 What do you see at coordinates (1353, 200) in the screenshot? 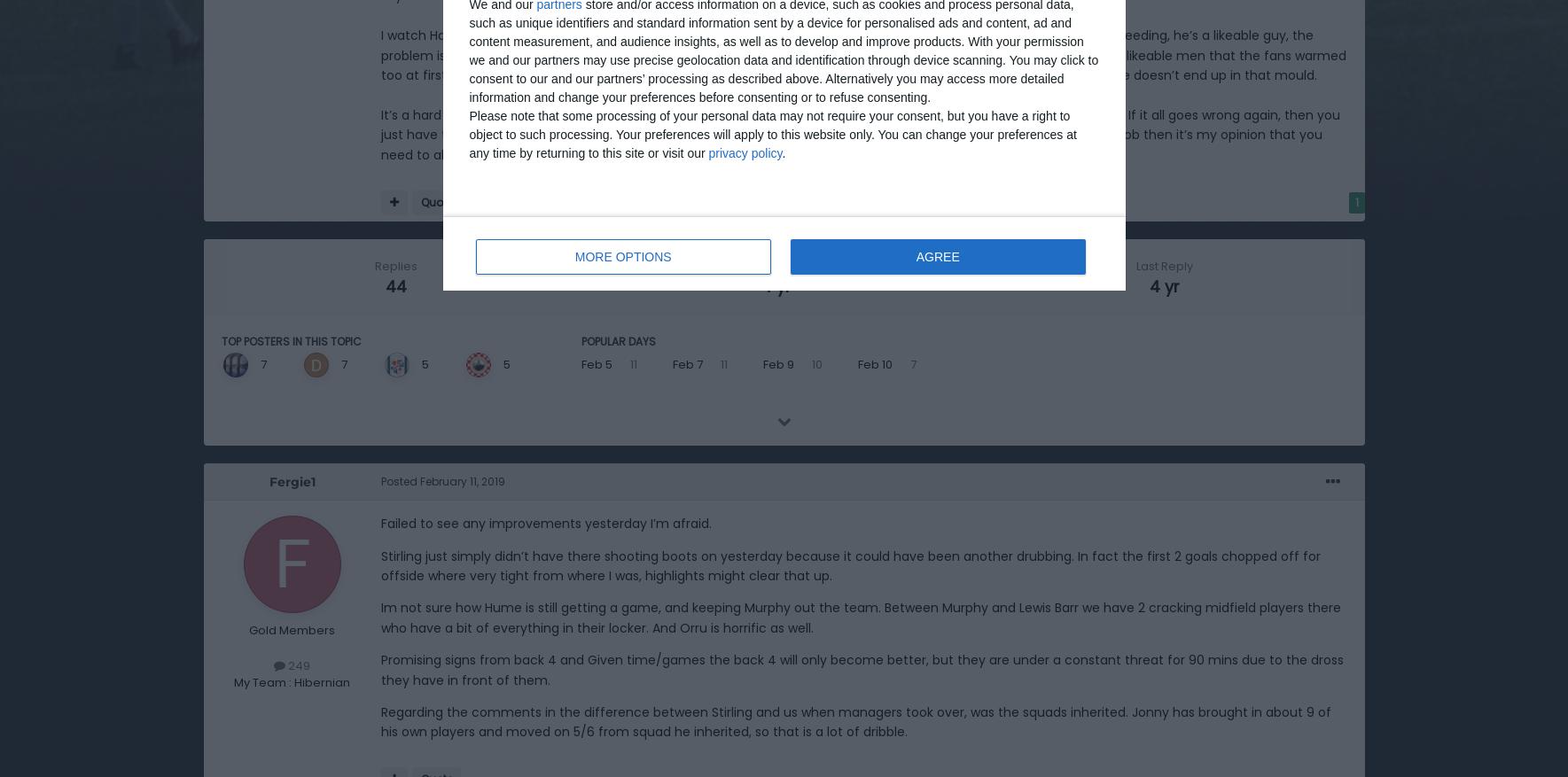
I see `'1'` at bounding box center [1353, 200].